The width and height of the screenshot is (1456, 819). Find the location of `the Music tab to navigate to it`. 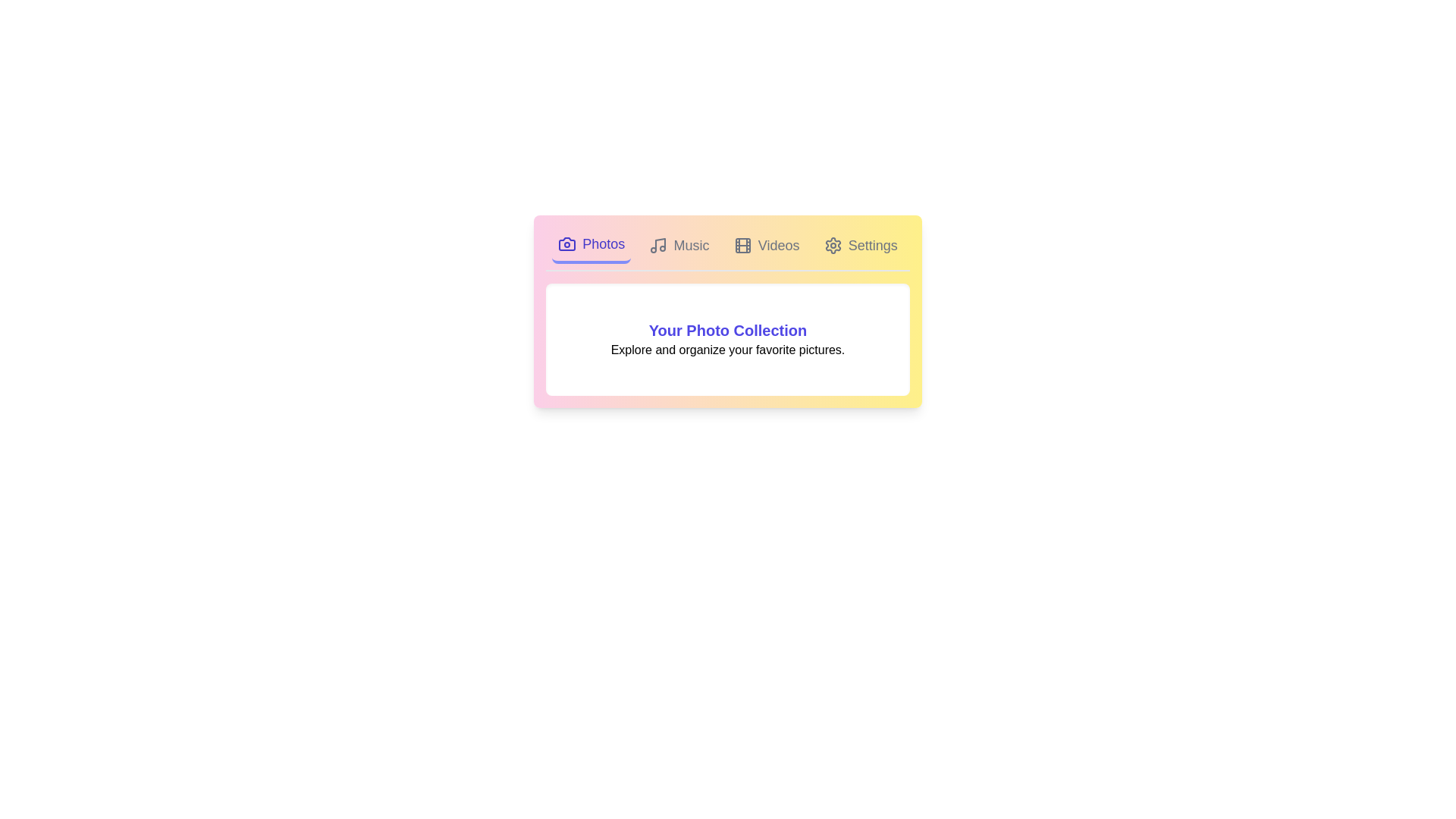

the Music tab to navigate to it is located at coordinates (679, 245).